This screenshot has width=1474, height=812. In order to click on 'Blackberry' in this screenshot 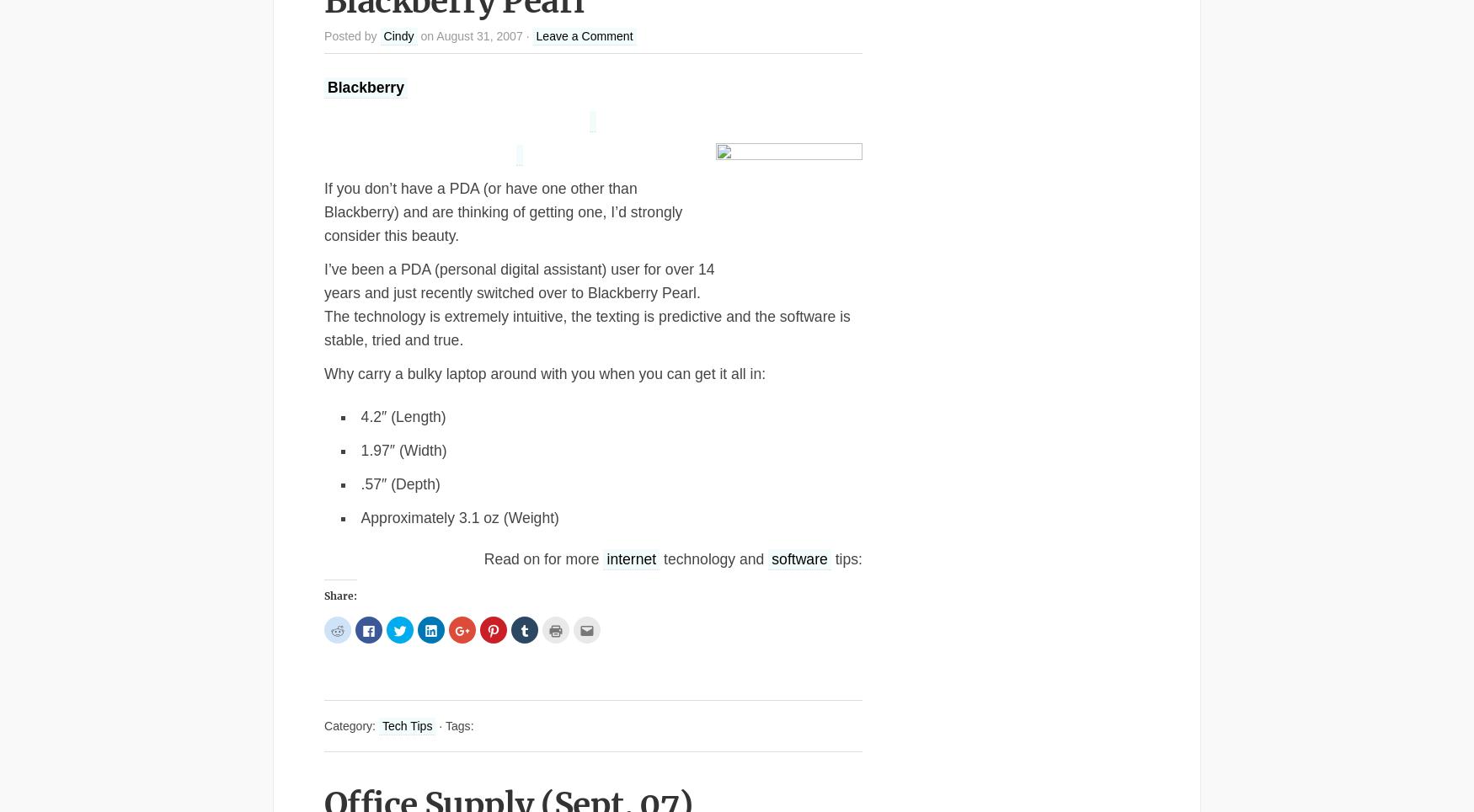, I will do `click(365, 87)`.